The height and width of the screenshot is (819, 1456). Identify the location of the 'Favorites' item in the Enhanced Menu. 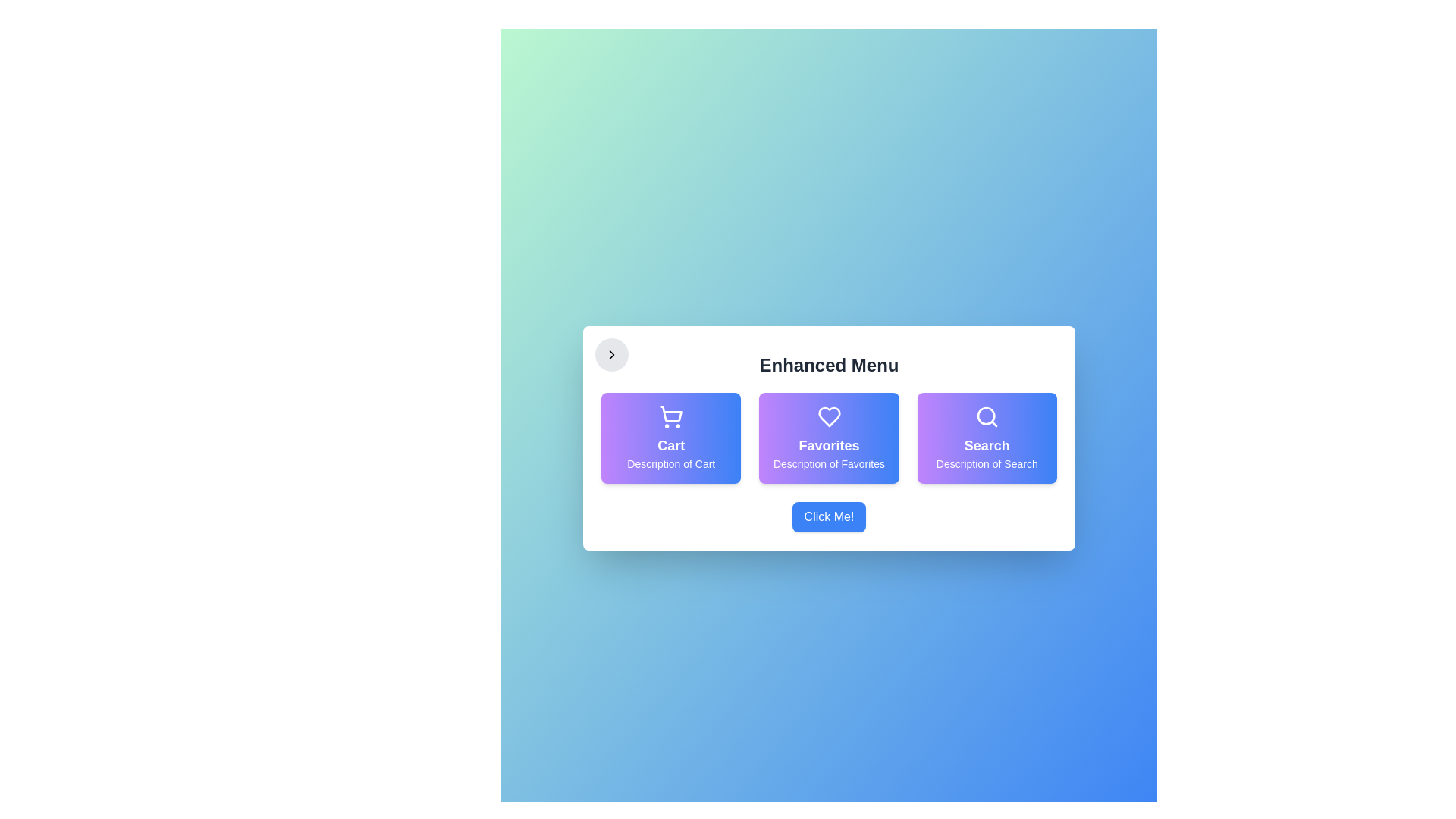
(828, 438).